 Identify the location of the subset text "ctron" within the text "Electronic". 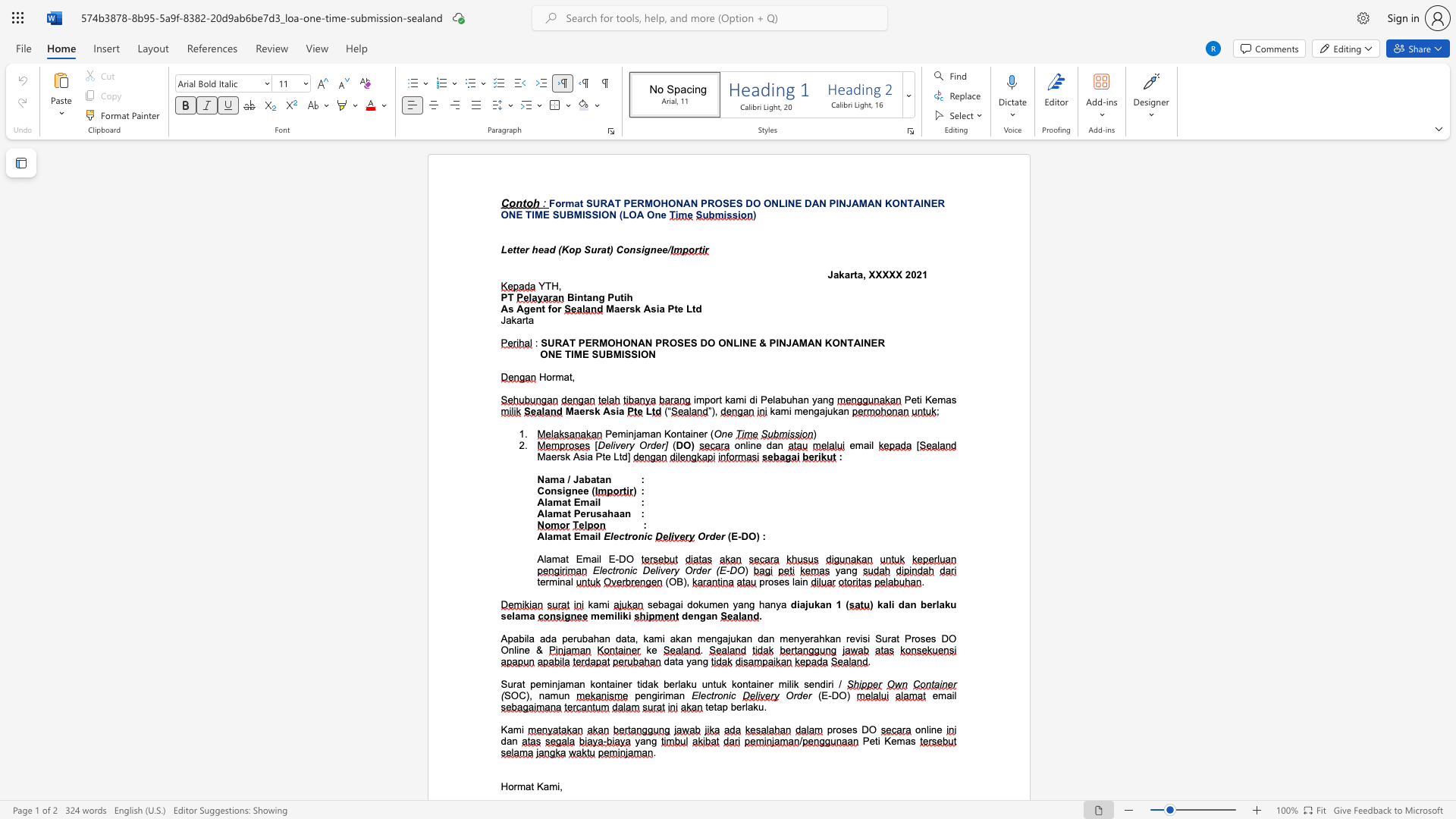
(619, 535).